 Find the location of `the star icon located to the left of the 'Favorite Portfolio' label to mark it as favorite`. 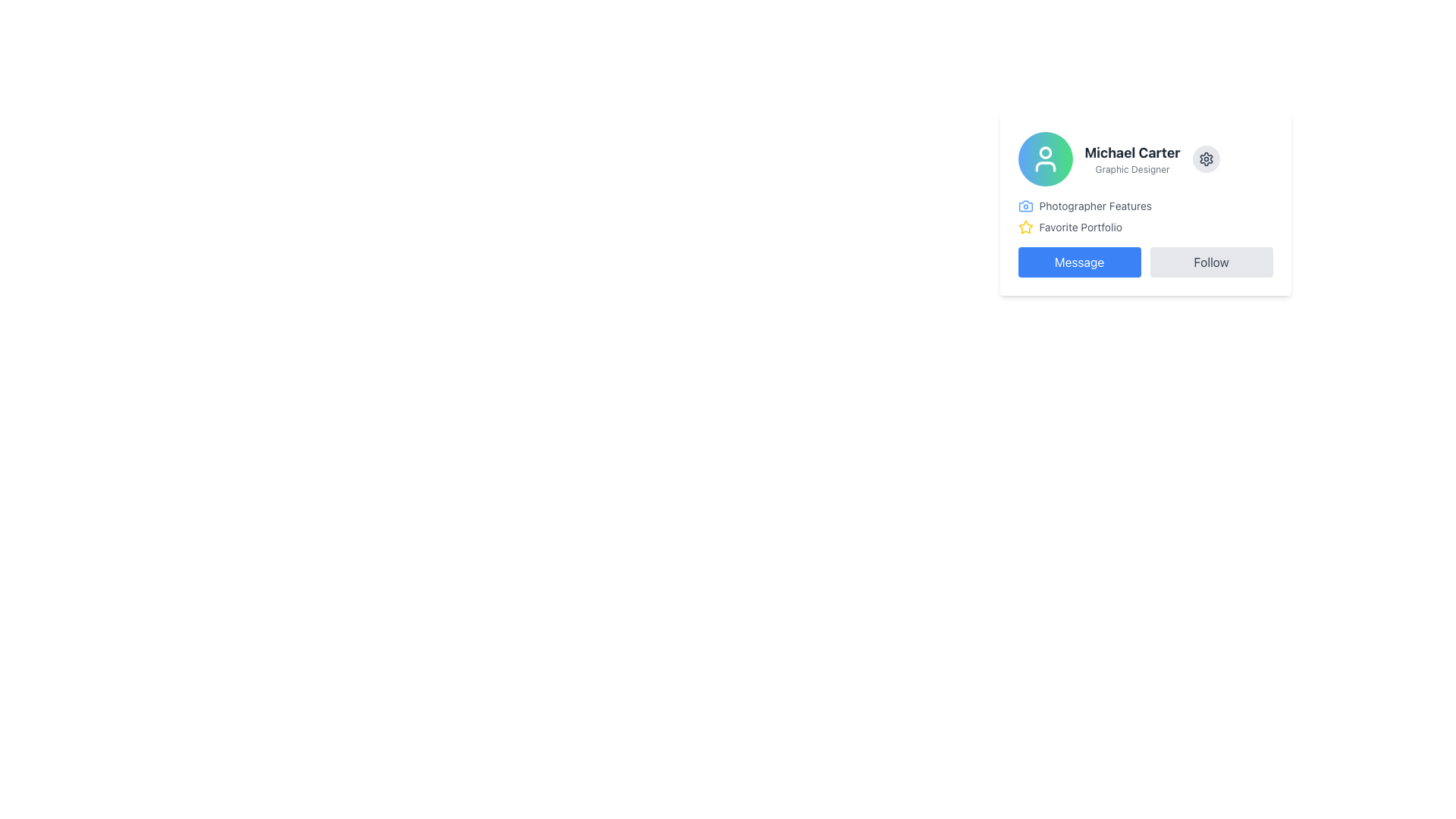

the star icon located to the left of the 'Favorite Portfolio' label to mark it as favorite is located at coordinates (1025, 227).